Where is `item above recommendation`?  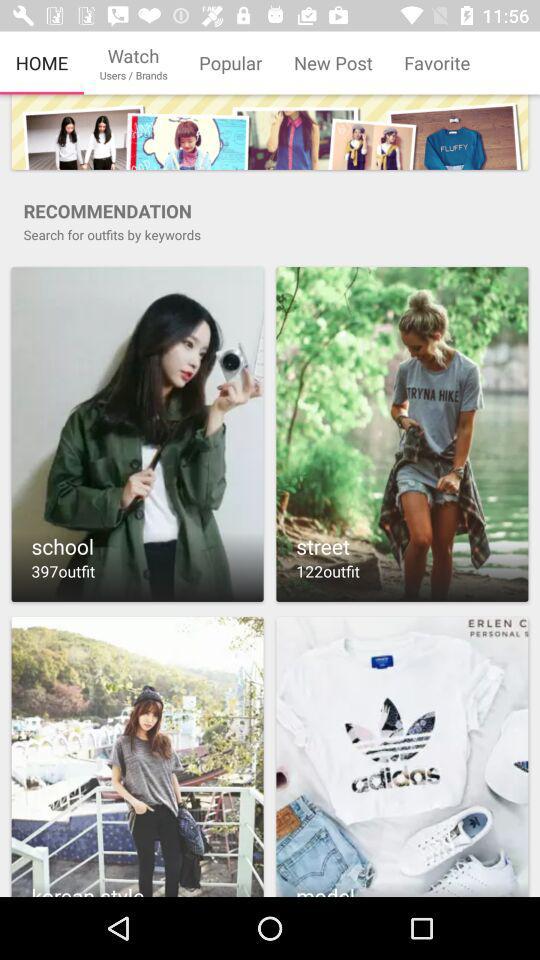 item above recommendation is located at coordinates (270, 131).